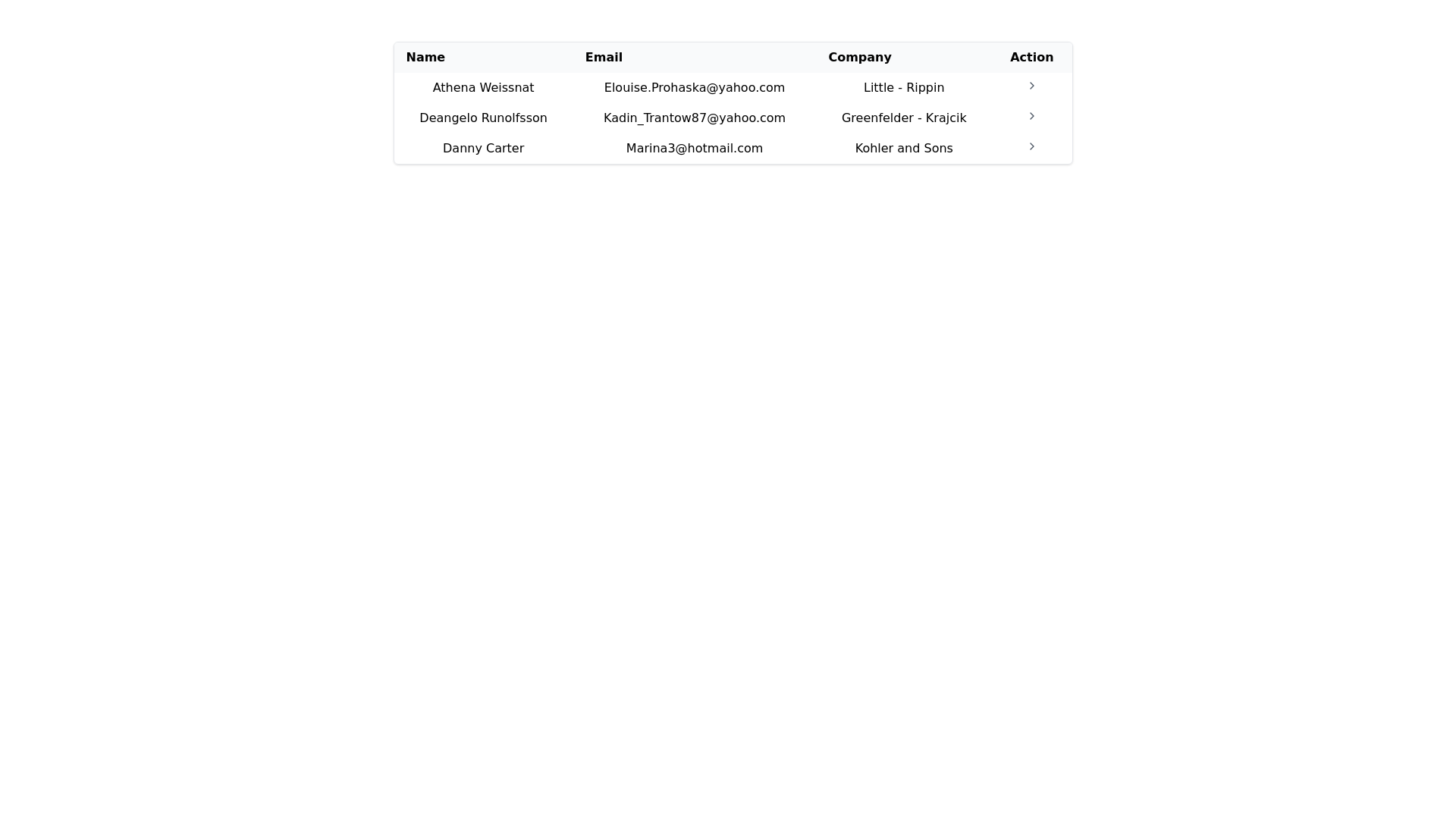 This screenshot has width=1456, height=819. What do you see at coordinates (1031, 149) in the screenshot?
I see `the right-pointing chevron icon located in the last cell of the row for 'Danny Carter' in the 'Action' column` at bounding box center [1031, 149].